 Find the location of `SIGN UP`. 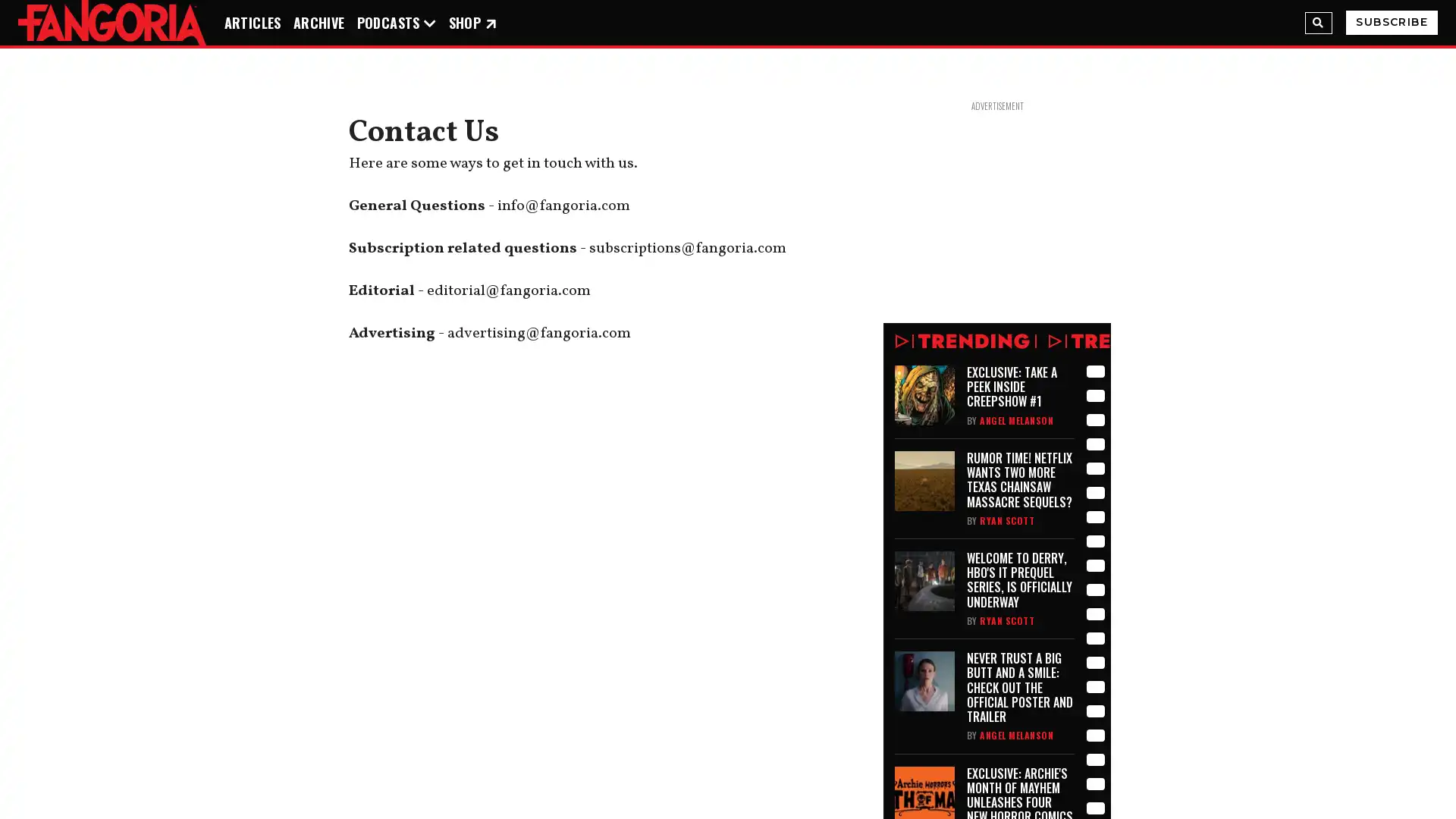

SIGN UP is located at coordinates (728, 762).